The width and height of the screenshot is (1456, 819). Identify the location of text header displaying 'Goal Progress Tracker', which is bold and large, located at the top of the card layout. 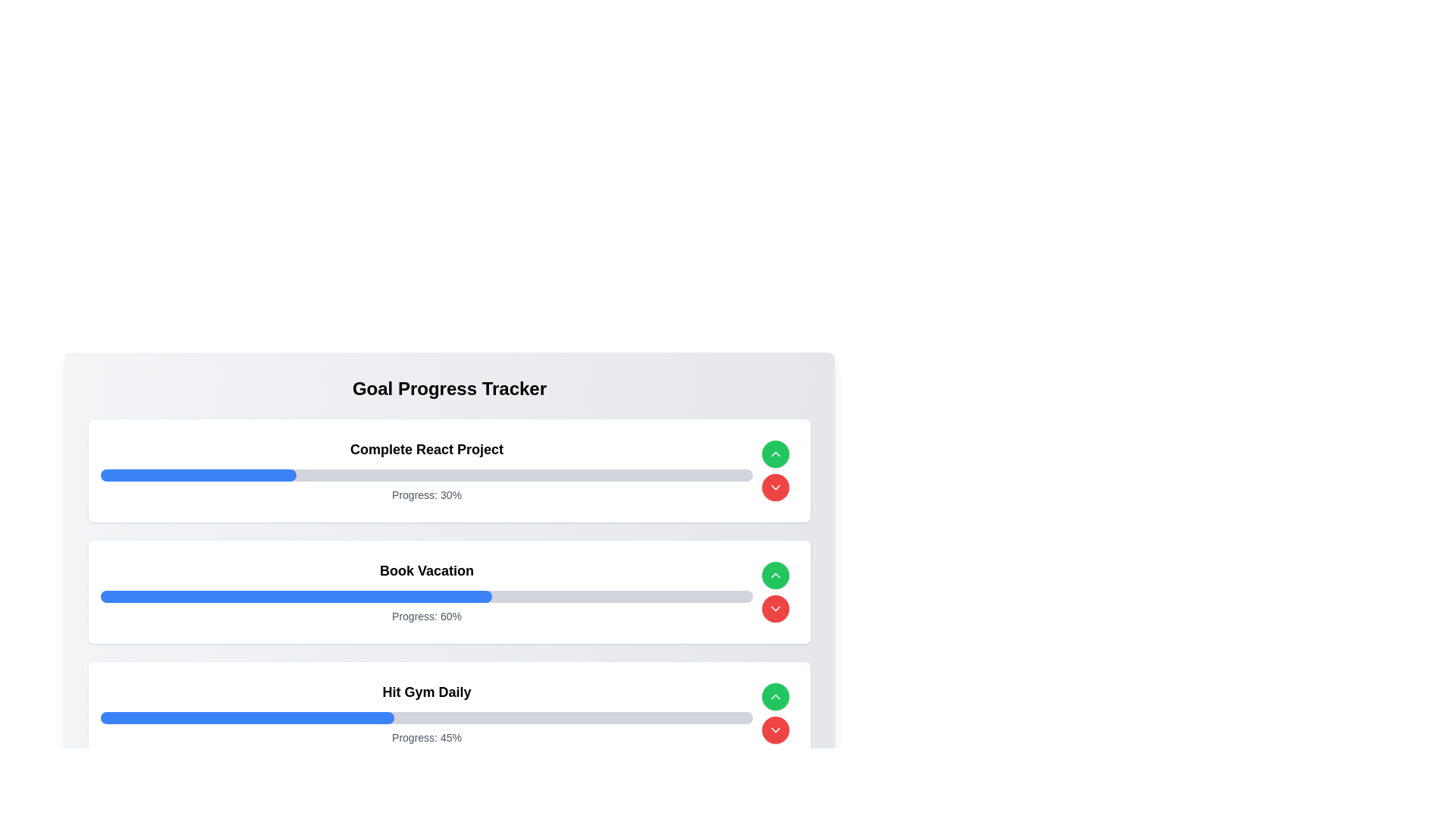
(449, 388).